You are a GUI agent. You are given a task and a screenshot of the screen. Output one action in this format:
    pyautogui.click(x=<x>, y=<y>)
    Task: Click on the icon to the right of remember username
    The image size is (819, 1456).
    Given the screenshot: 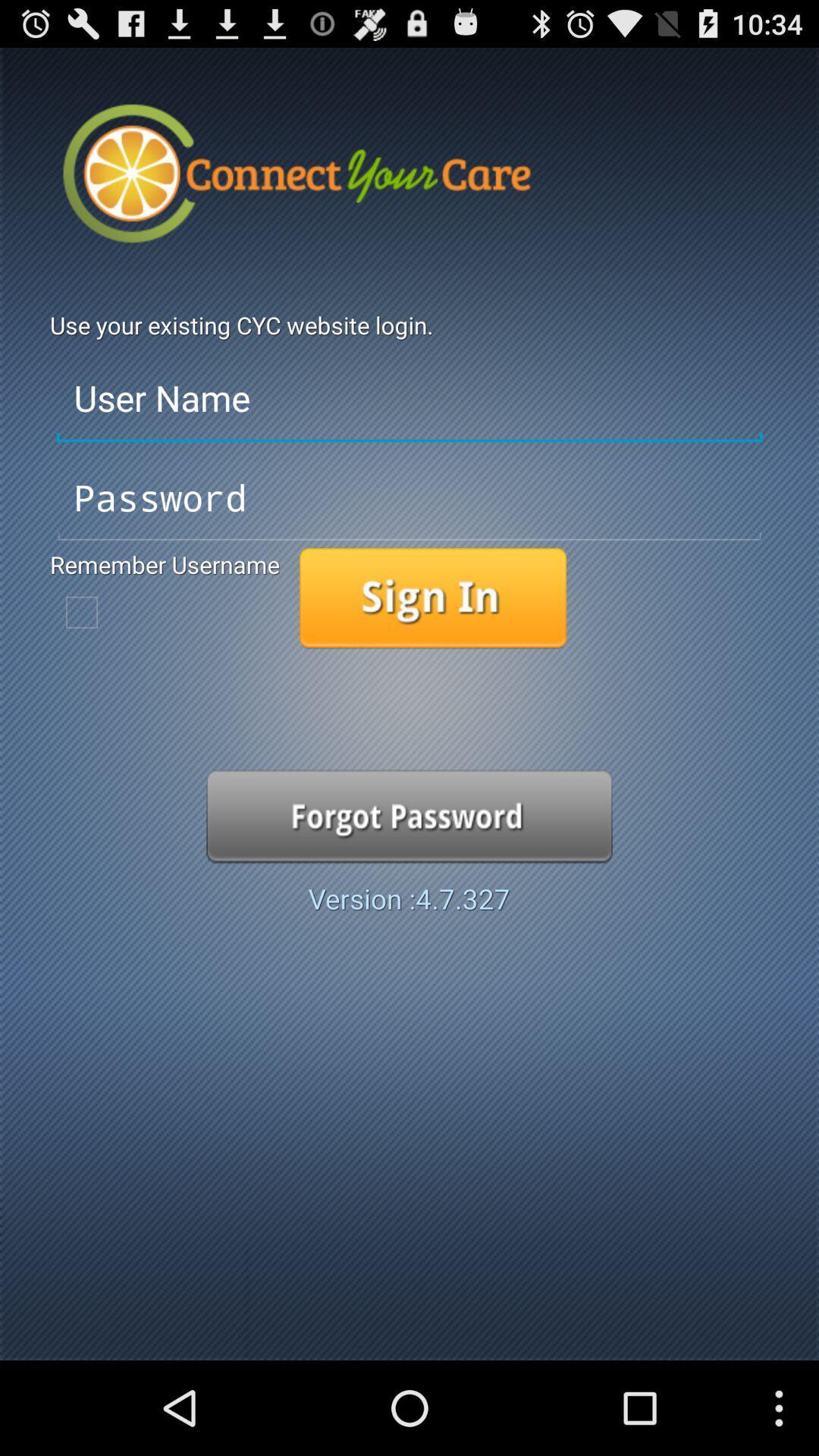 What is the action you would take?
    pyautogui.click(x=433, y=598)
    